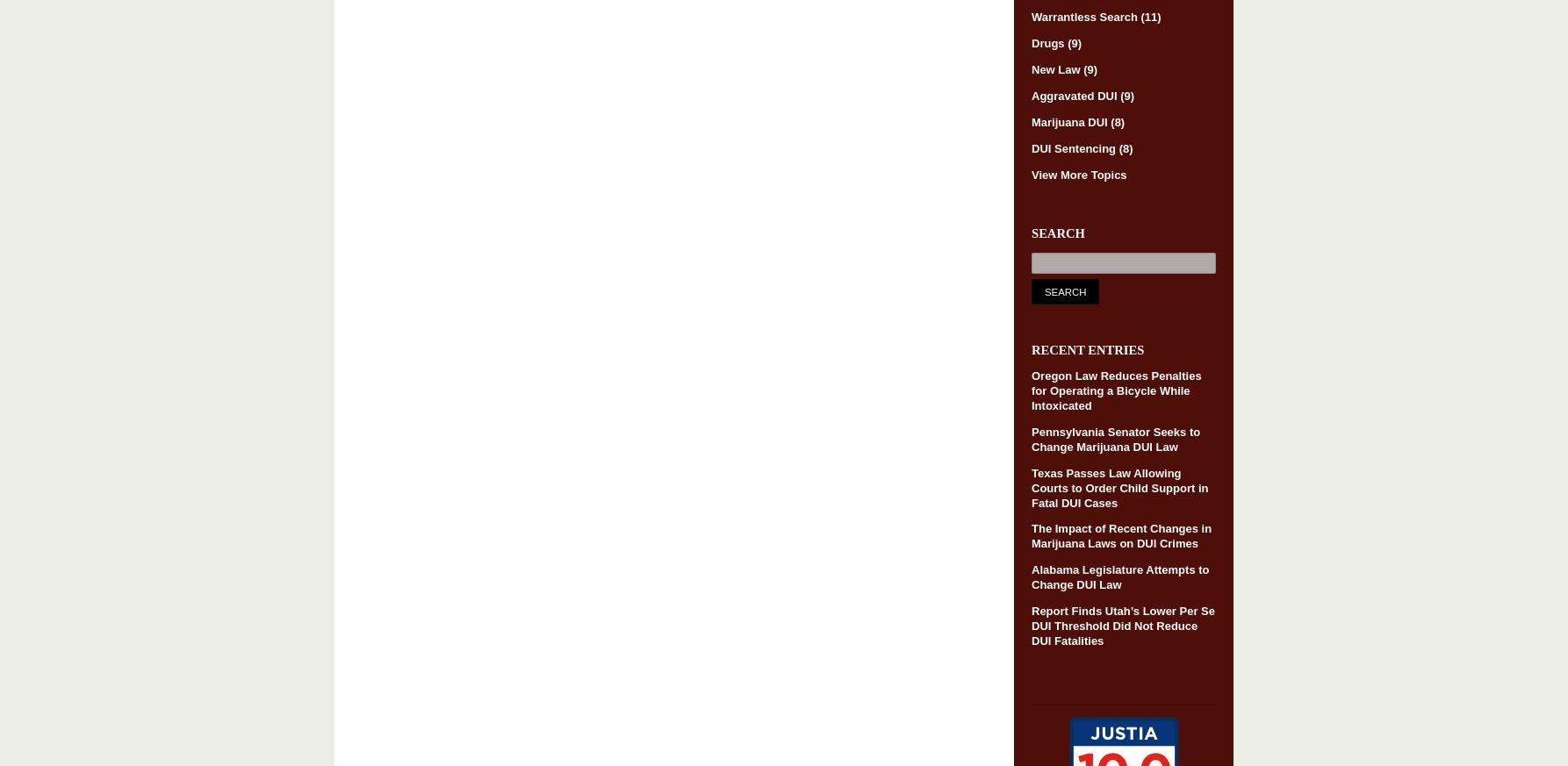  I want to click on 'Oregon Law Reduces Penalties for Operating a Bicycle While Intoxicated', so click(1116, 390).